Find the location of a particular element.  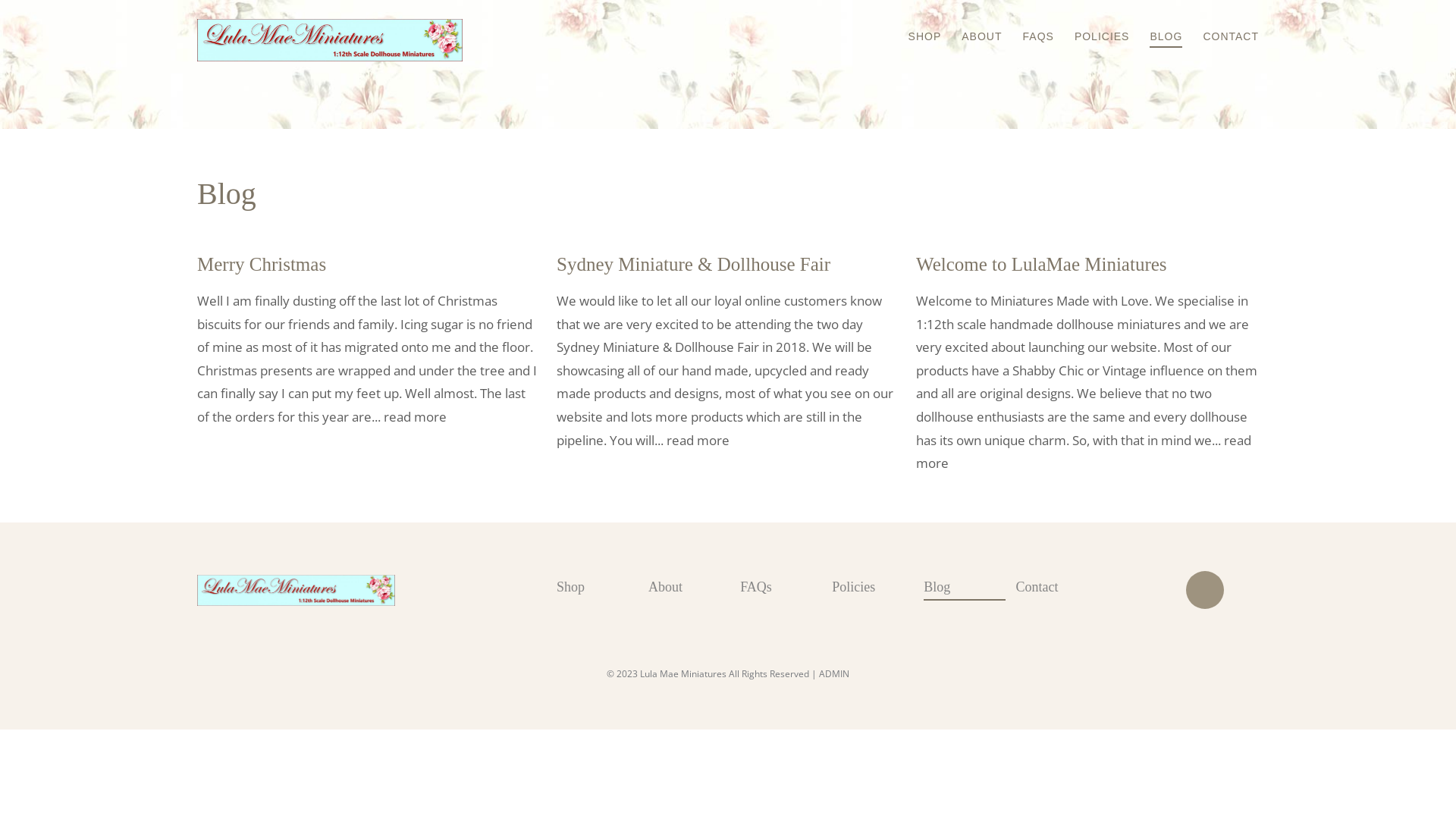

'ABOUT' is located at coordinates (972, 26).